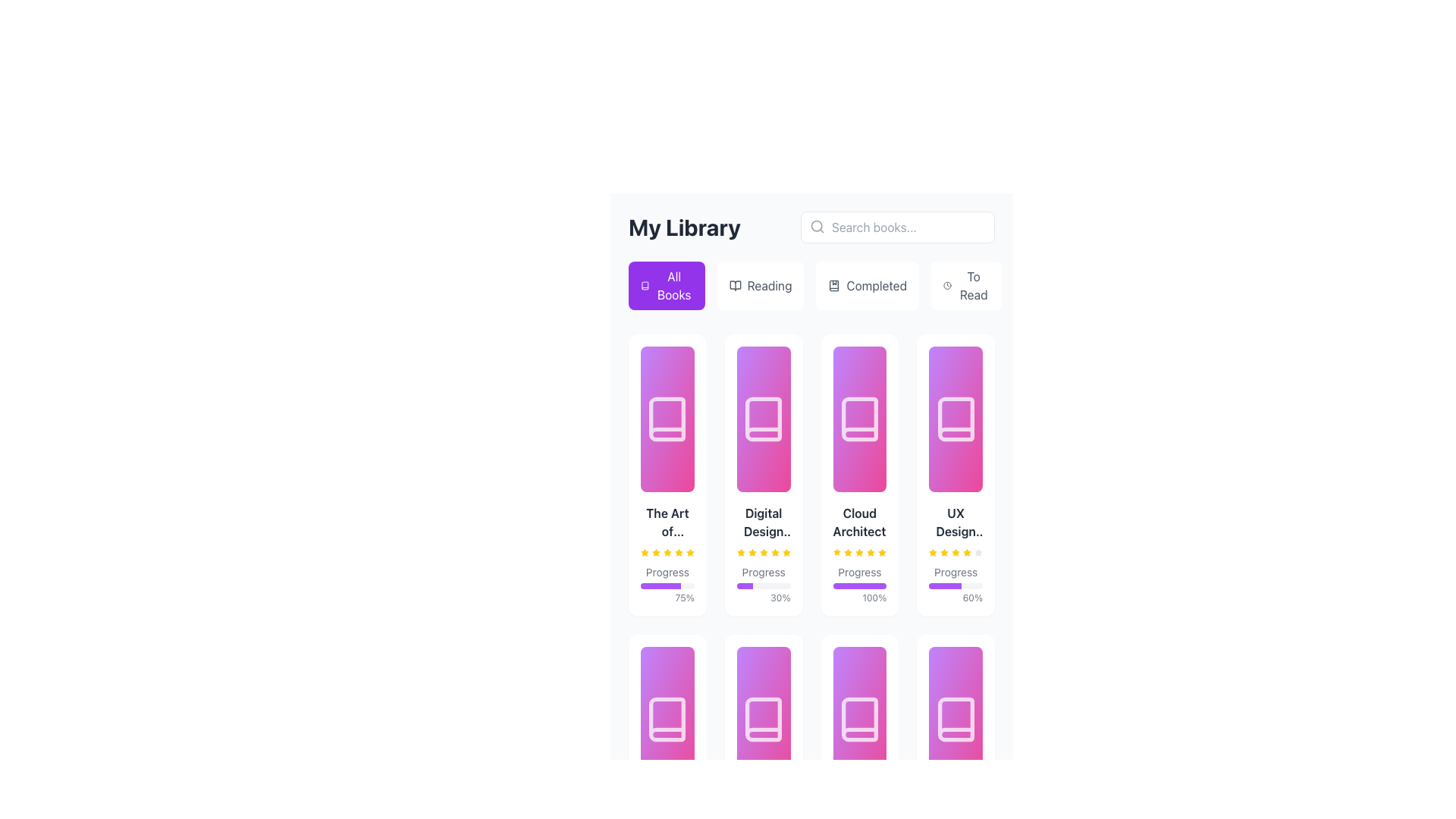  I want to click on the third star icon representing the rating in the UX Design card's rating area, so click(955, 552).